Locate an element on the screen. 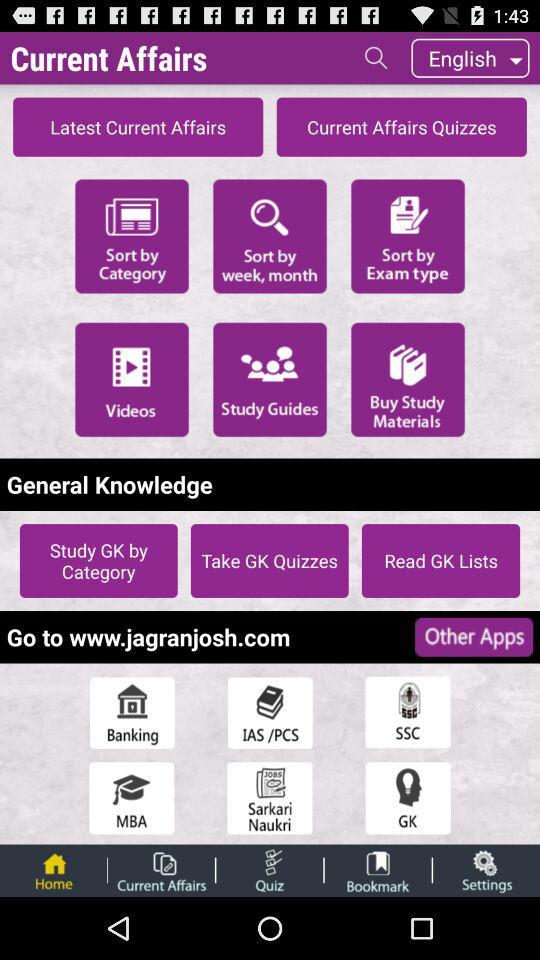 The width and height of the screenshot is (540, 960). the more icon is located at coordinates (269, 931).